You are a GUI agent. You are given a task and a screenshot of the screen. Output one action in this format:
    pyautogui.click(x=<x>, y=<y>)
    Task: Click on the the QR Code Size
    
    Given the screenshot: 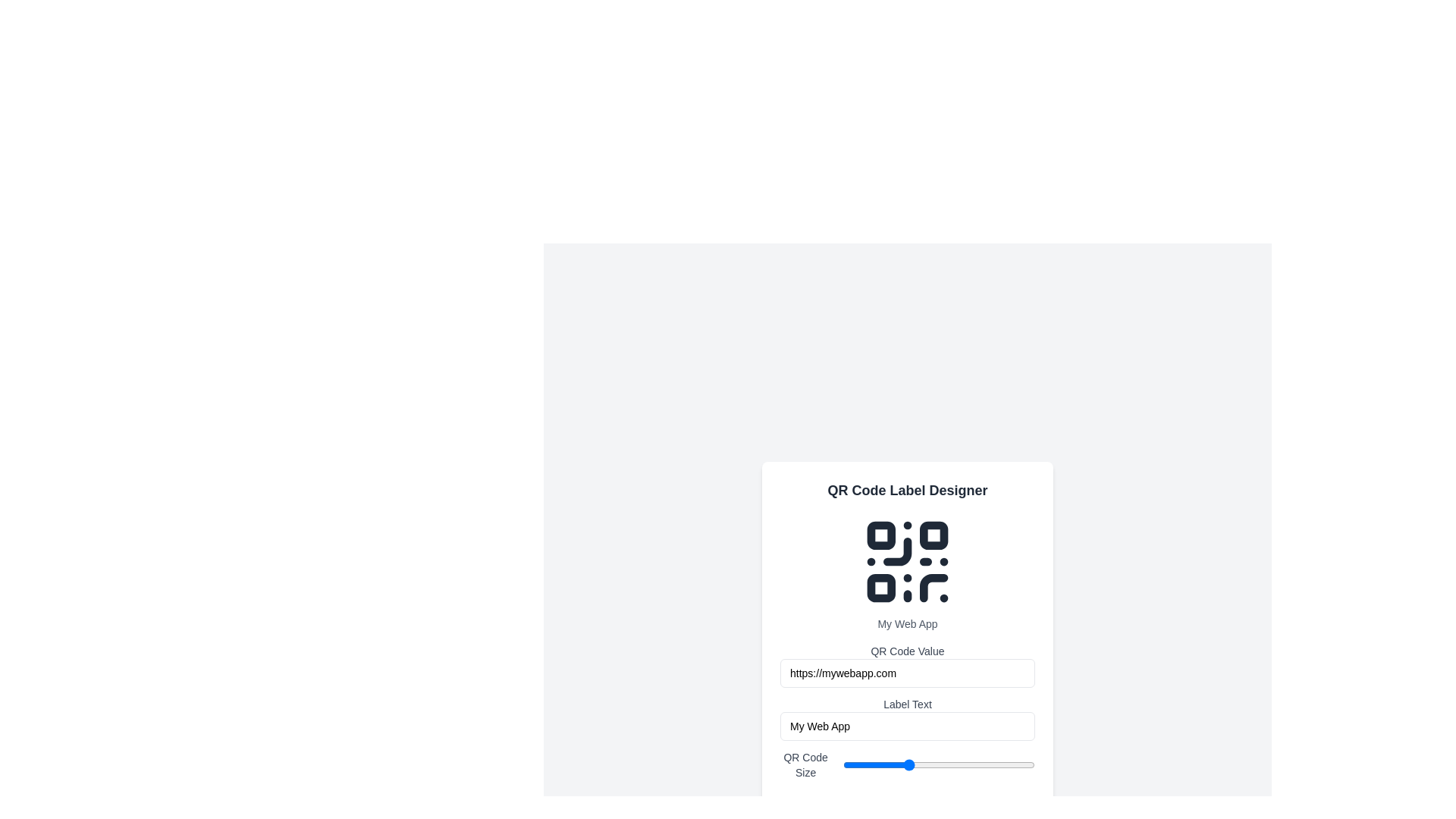 What is the action you would take?
    pyautogui.click(x=886, y=765)
    